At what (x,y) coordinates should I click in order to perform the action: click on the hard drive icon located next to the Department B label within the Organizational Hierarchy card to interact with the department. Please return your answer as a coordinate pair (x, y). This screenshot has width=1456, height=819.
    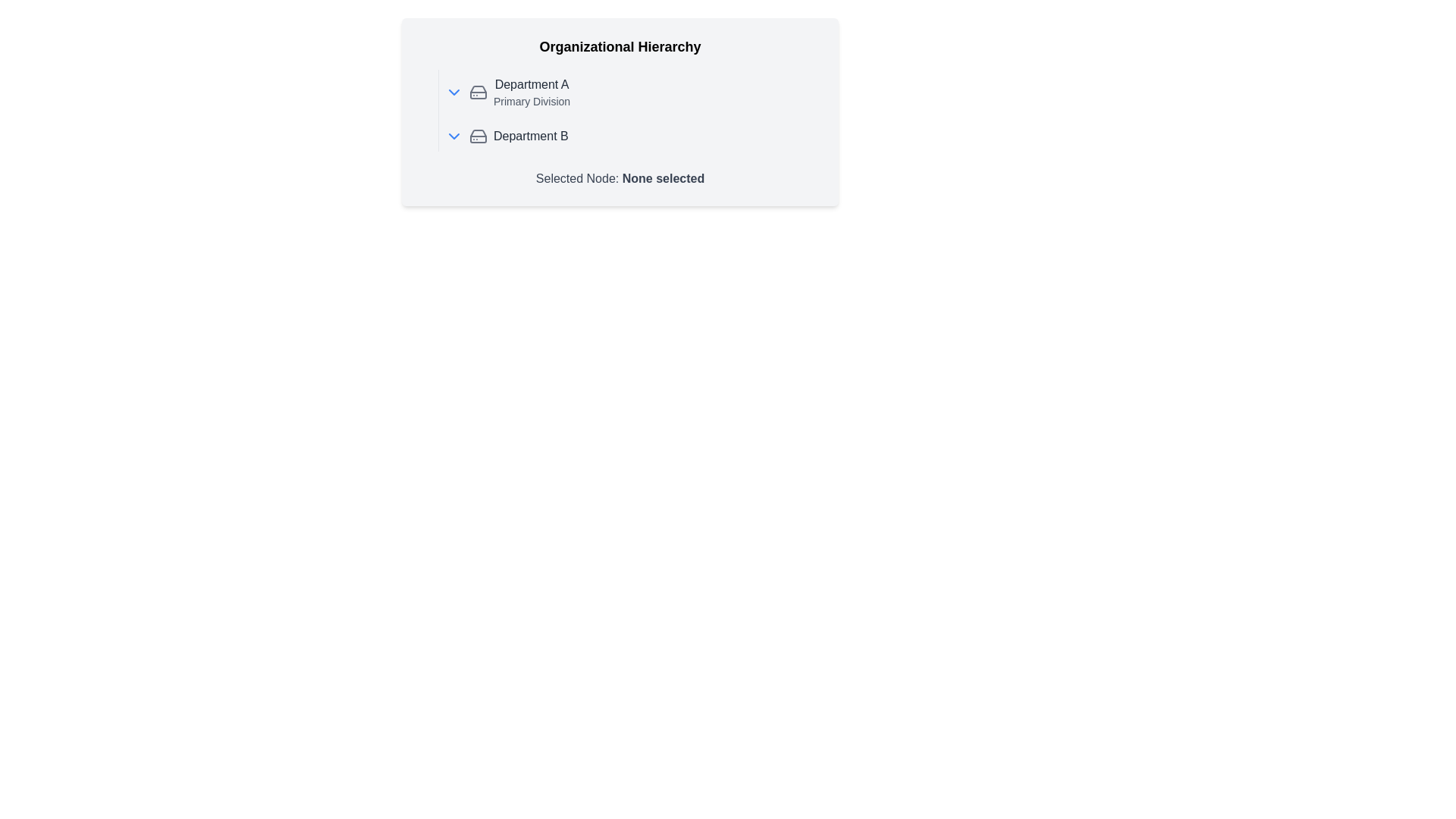
    Looking at the image, I should click on (477, 93).